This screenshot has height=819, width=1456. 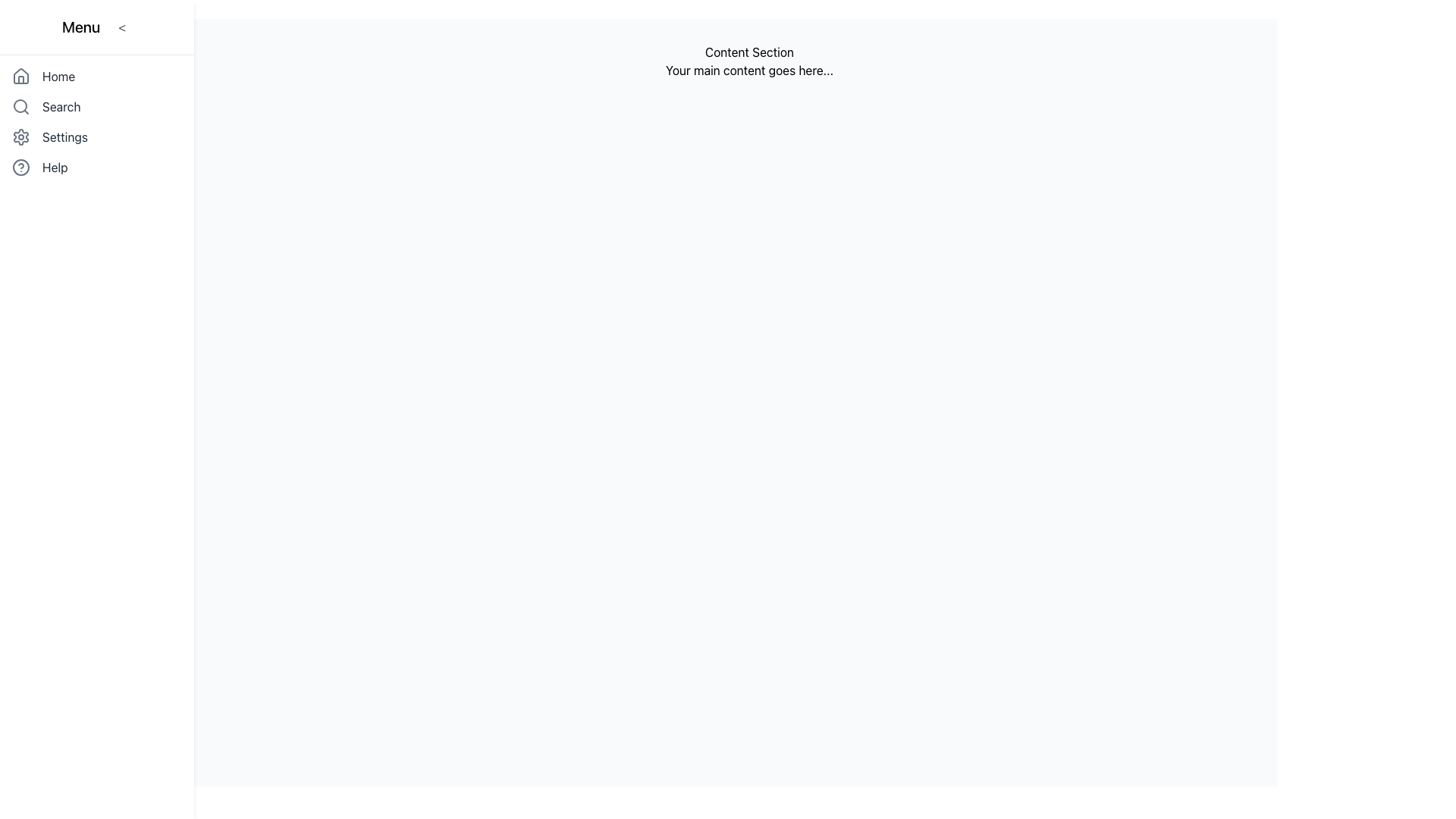 I want to click on the magnifying glass icon, which is styled as a line drawing and is part of the 'Search' interactive area located beneath the 'Home' menu item, so click(x=21, y=106).